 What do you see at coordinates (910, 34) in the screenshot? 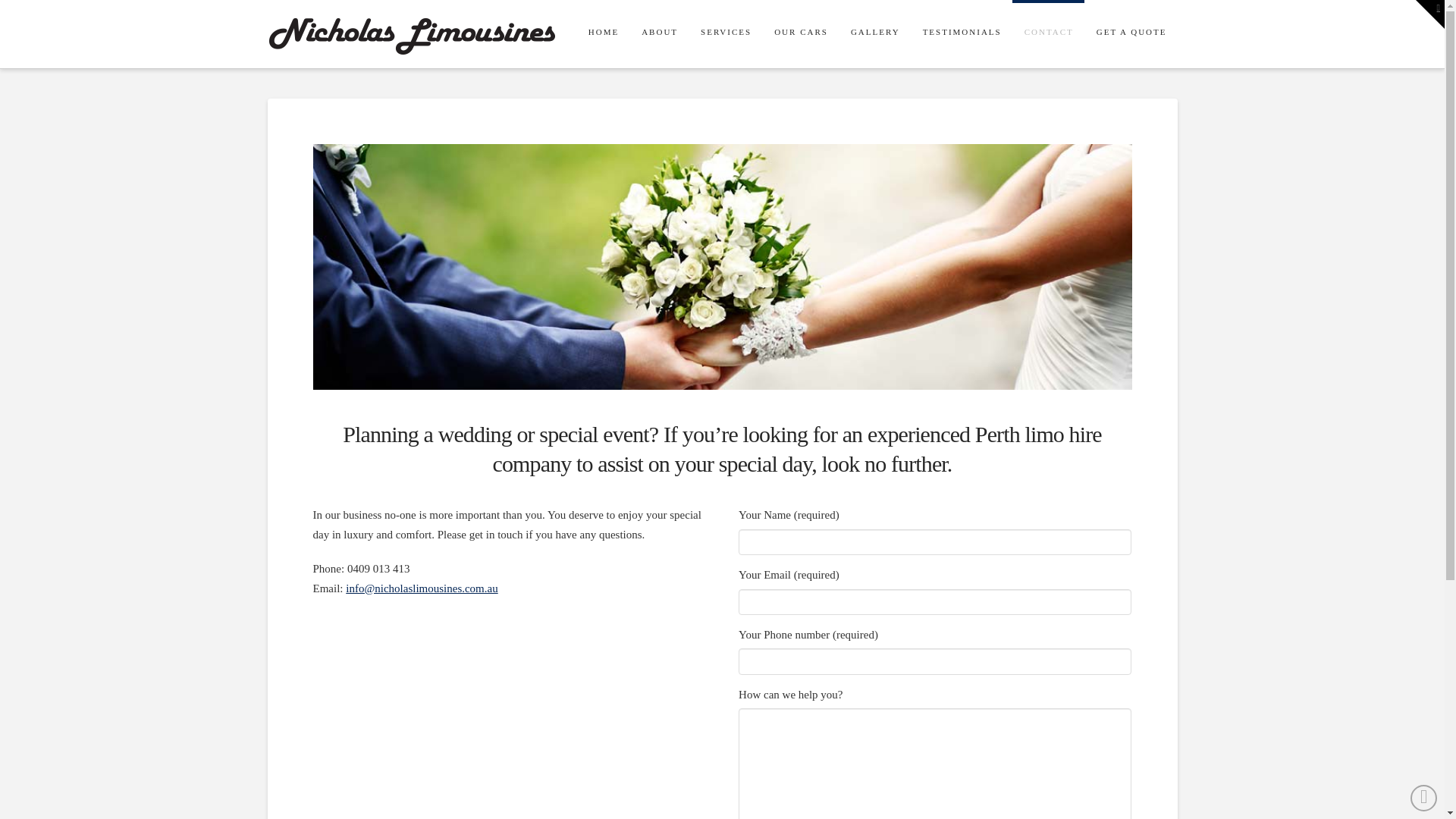
I see `'TESTIMONIALS'` at bounding box center [910, 34].